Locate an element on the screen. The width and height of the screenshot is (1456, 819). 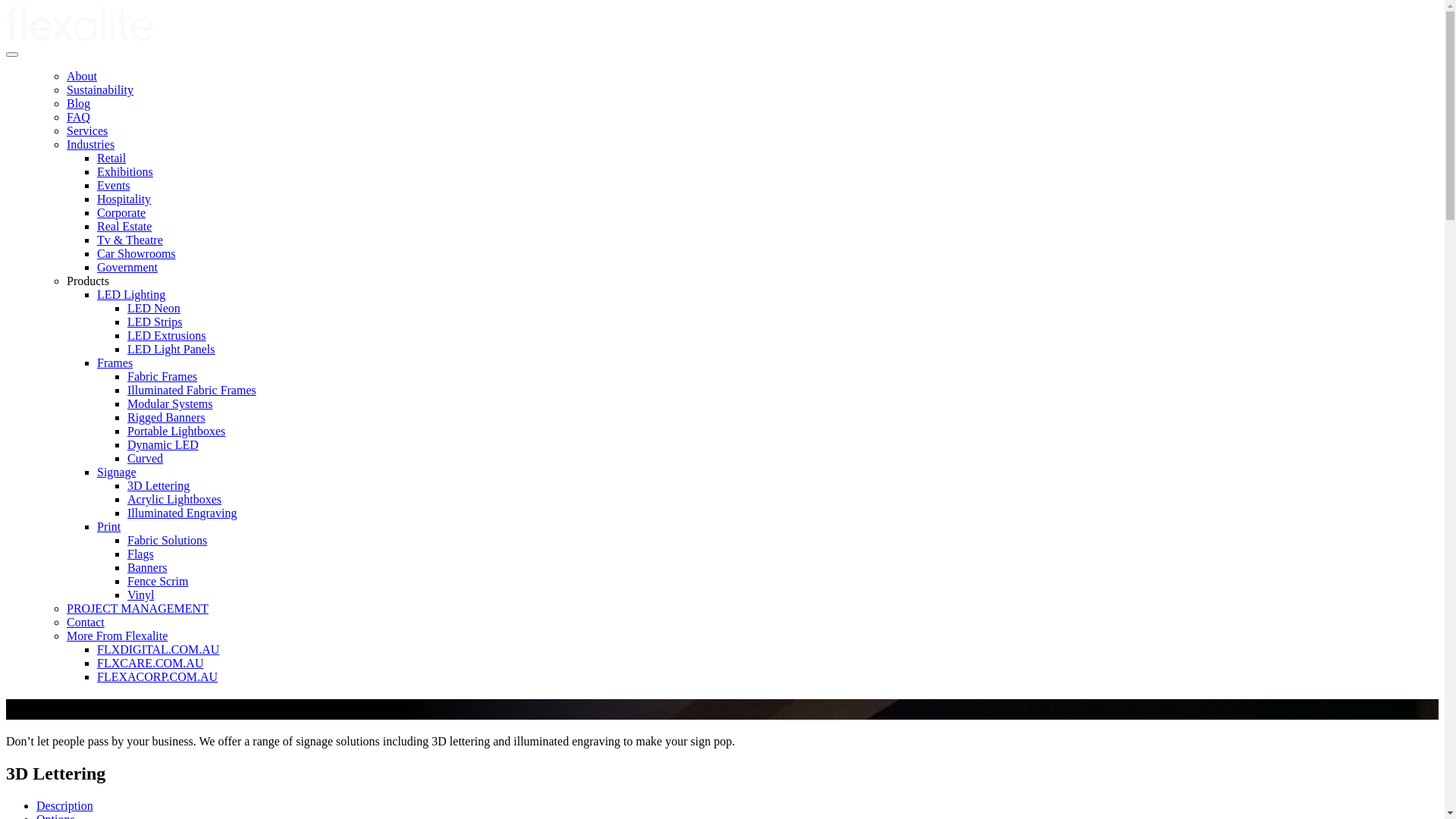
'Illuminated Fabric Frames' is located at coordinates (191, 389).